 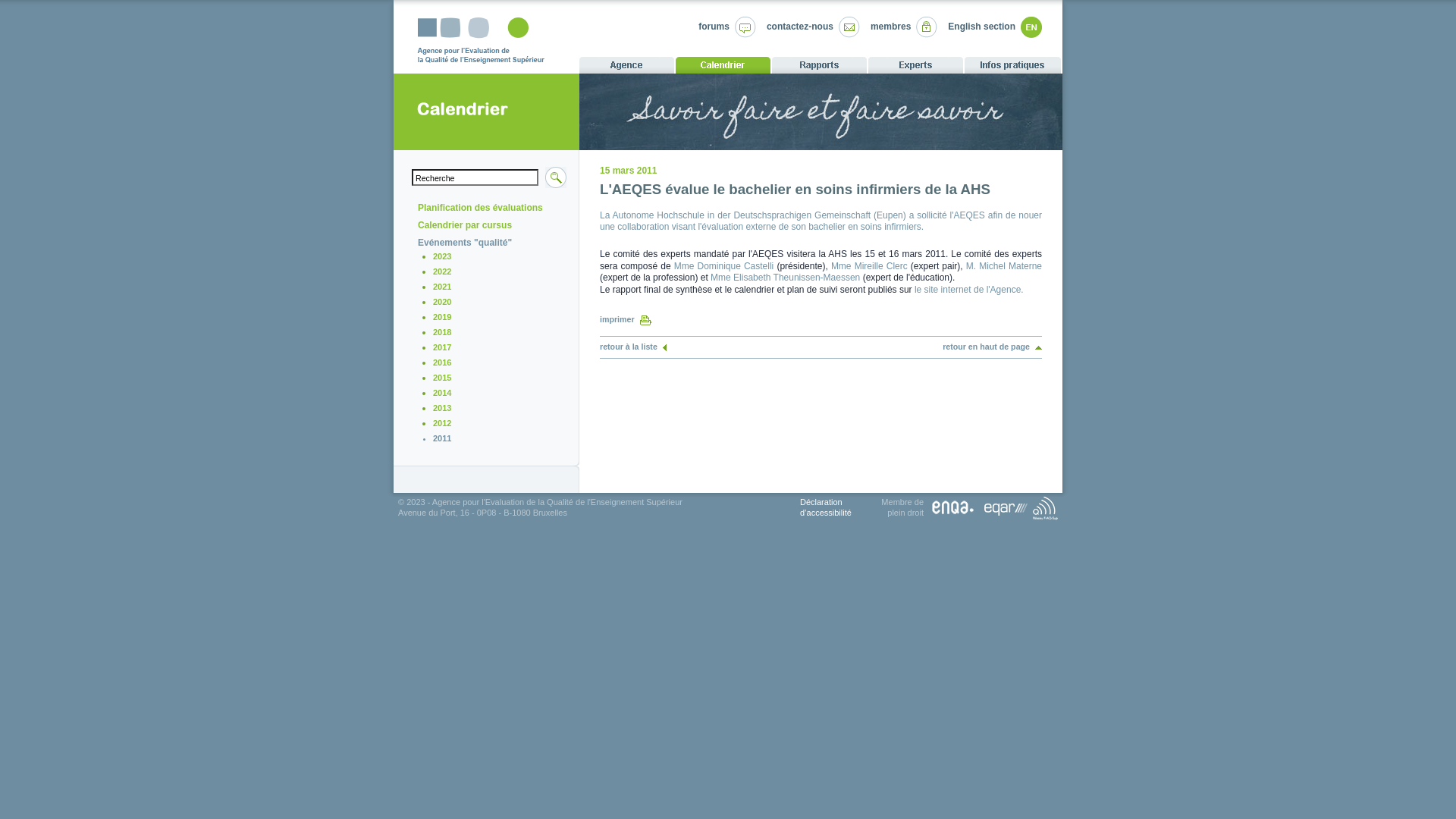 What do you see at coordinates (441, 423) in the screenshot?
I see `'2012'` at bounding box center [441, 423].